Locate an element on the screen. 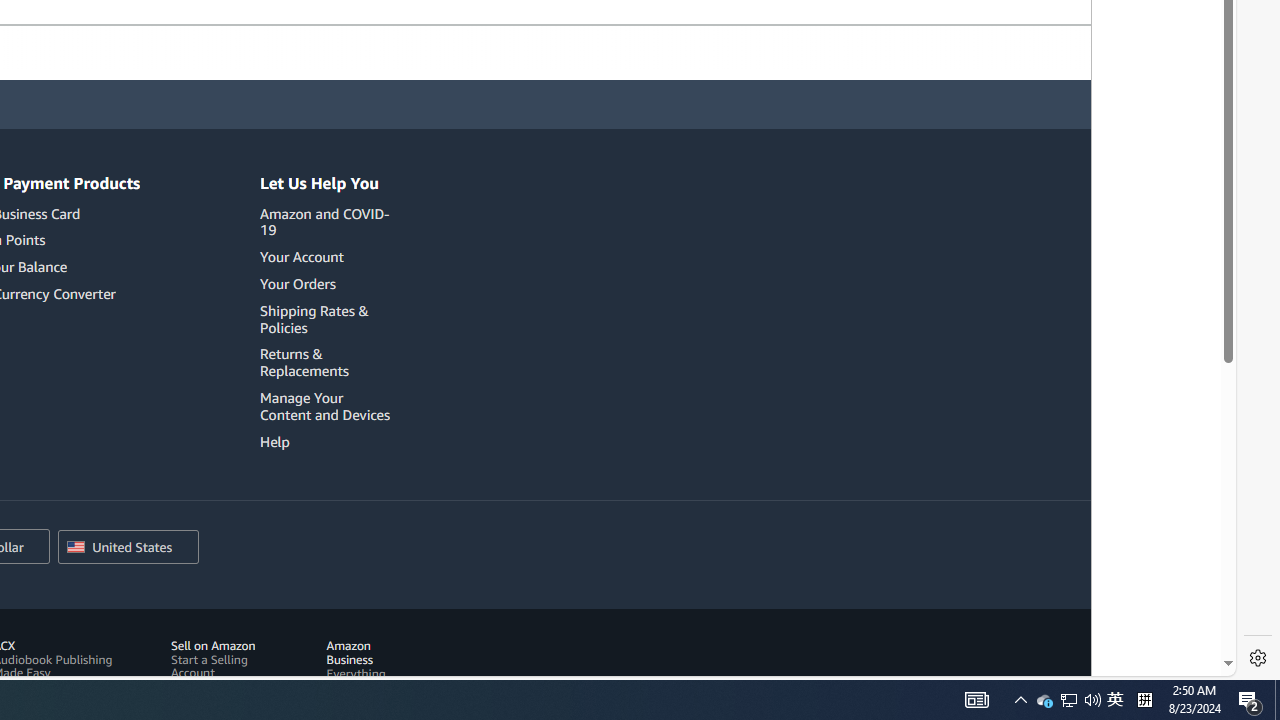  'Manage Your Content and Devices' is located at coordinates (328, 405).